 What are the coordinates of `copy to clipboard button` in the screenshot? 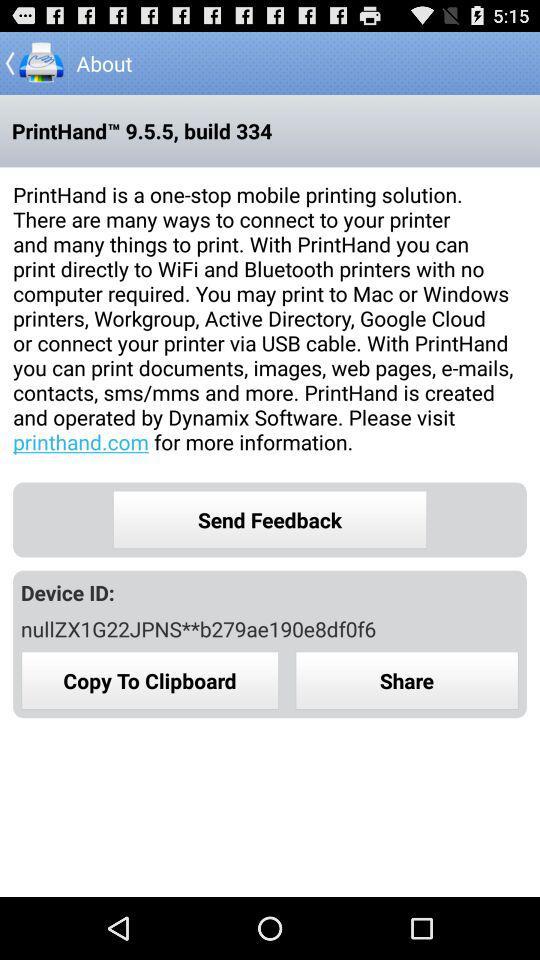 It's located at (149, 680).